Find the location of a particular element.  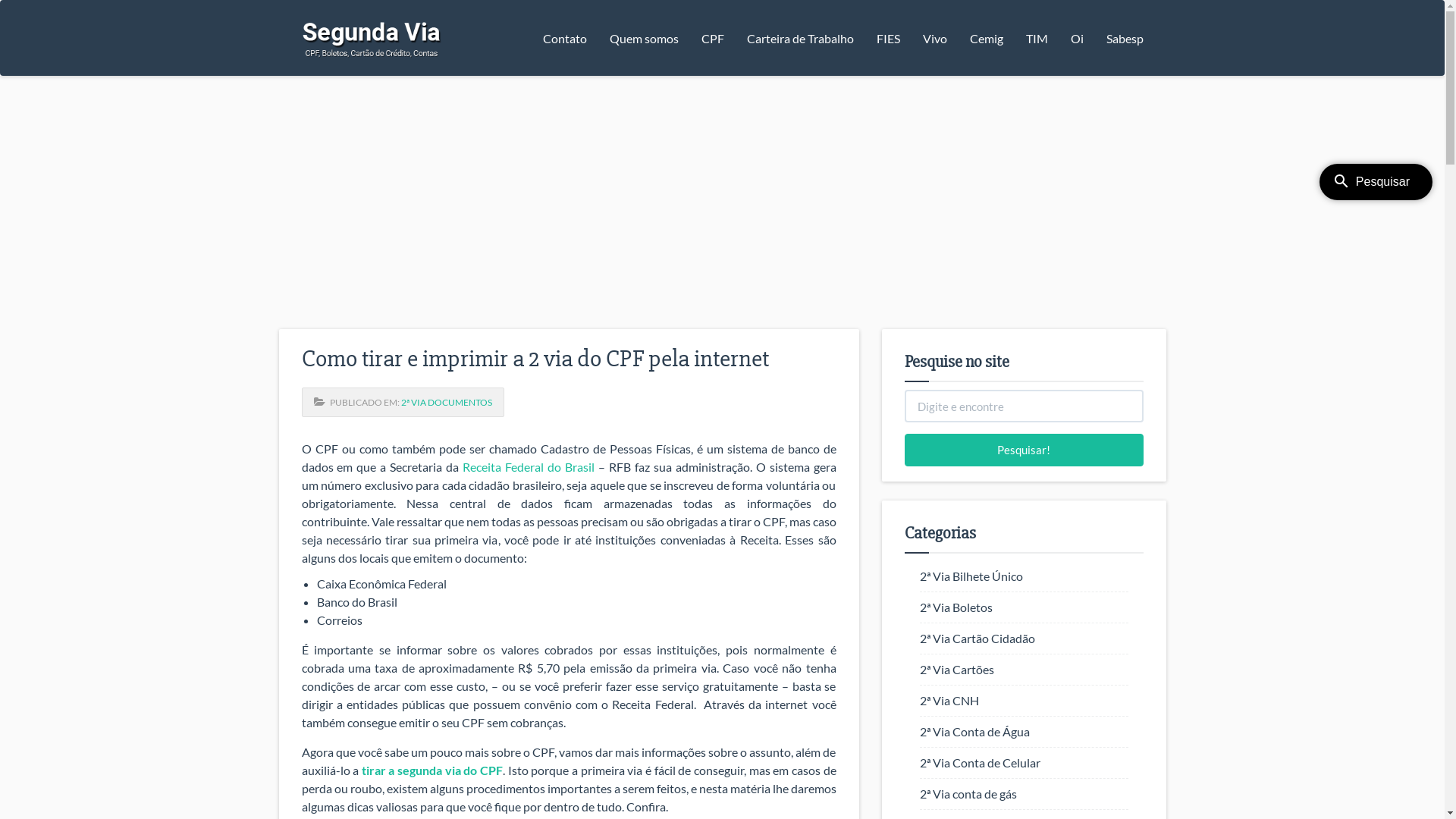

'TIM' is located at coordinates (1036, 37).